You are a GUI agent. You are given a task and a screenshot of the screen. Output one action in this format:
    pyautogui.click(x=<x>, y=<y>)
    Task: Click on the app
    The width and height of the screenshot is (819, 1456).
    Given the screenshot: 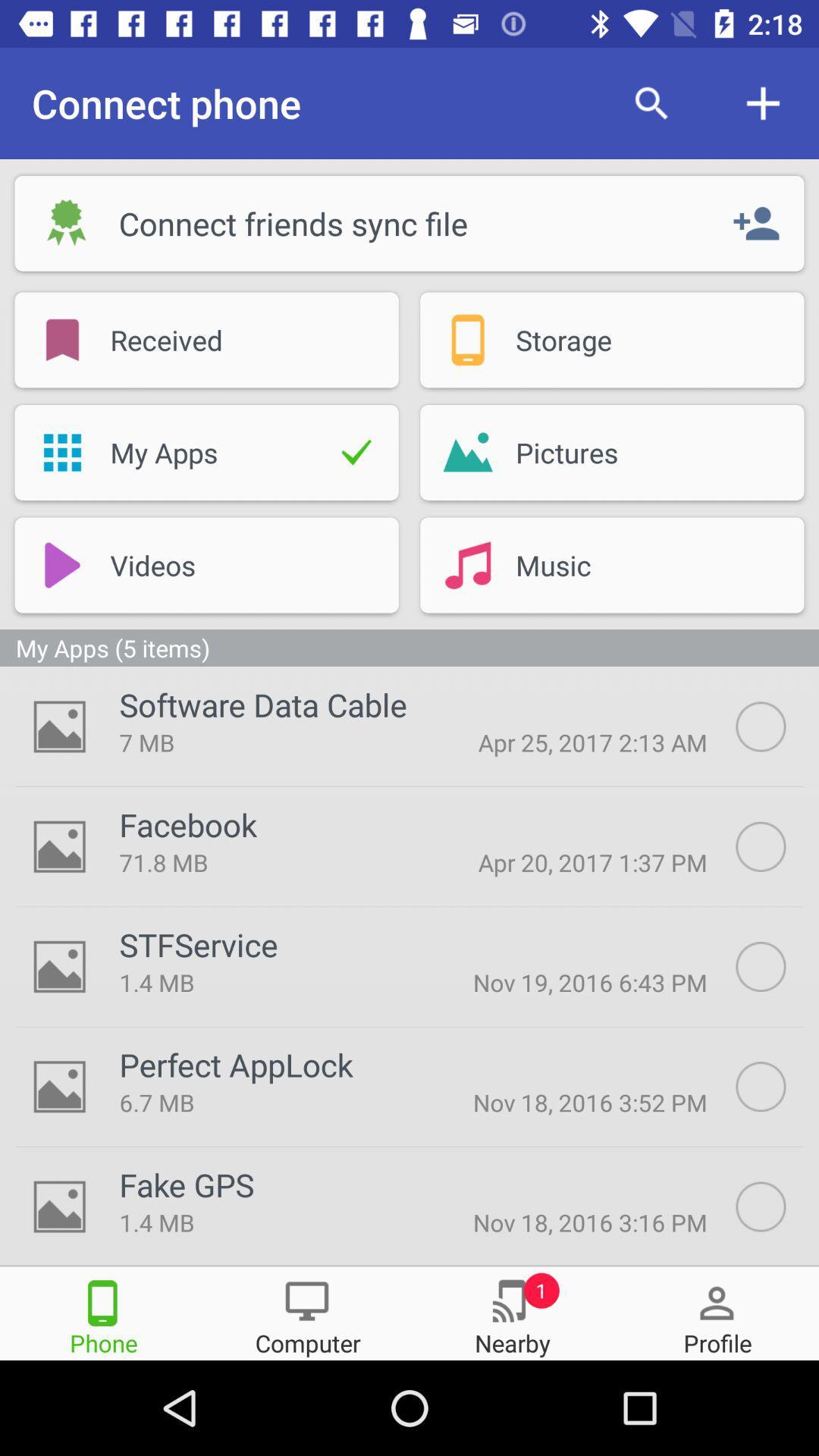 What is the action you would take?
    pyautogui.click(x=777, y=846)
    